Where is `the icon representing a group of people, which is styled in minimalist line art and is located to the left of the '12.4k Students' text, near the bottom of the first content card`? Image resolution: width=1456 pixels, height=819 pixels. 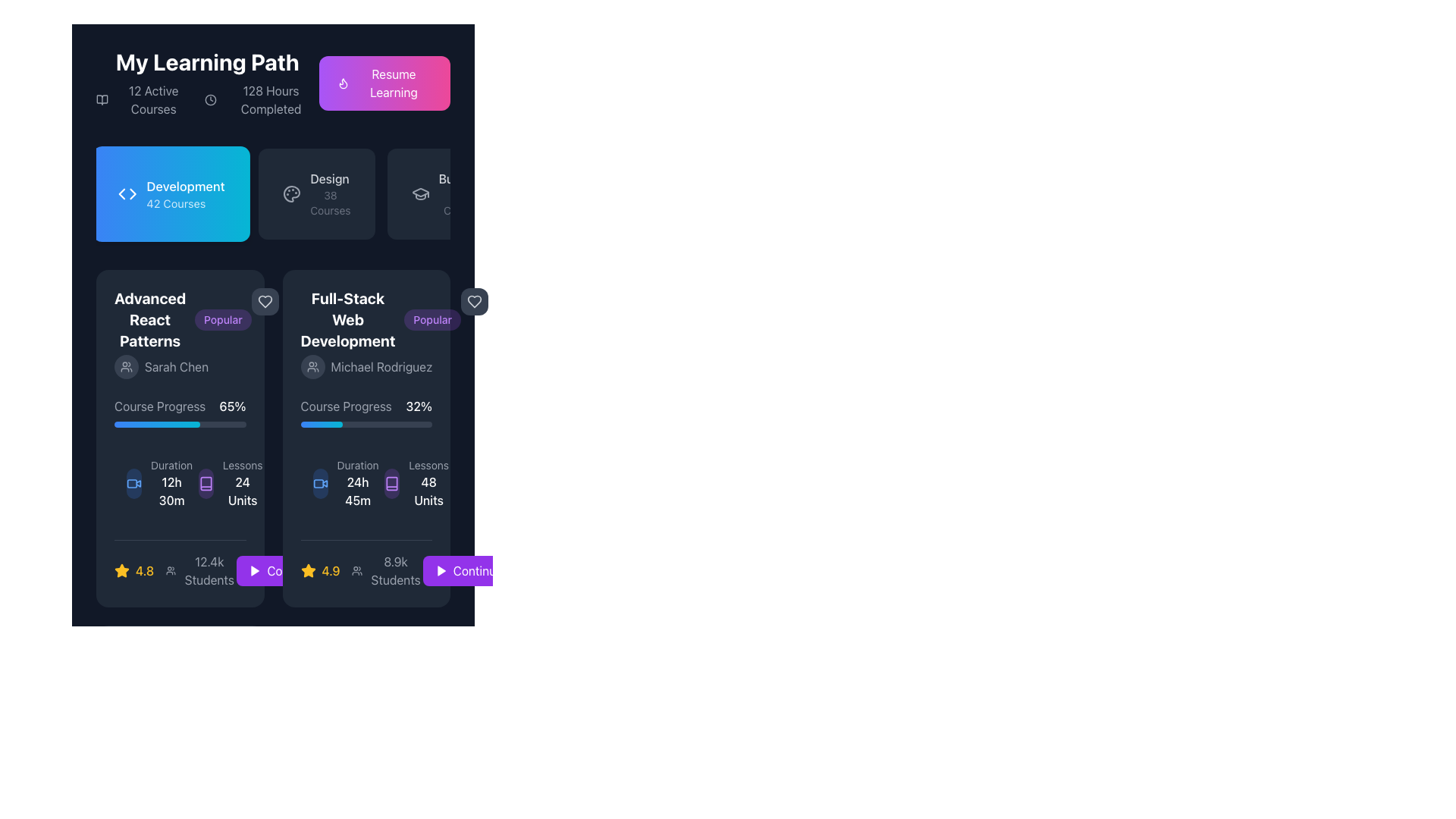
the icon representing a group of people, which is styled in minimalist line art and is located to the left of the '12.4k Students' text, near the bottom of the first content card is located at coordinates (171, 570).